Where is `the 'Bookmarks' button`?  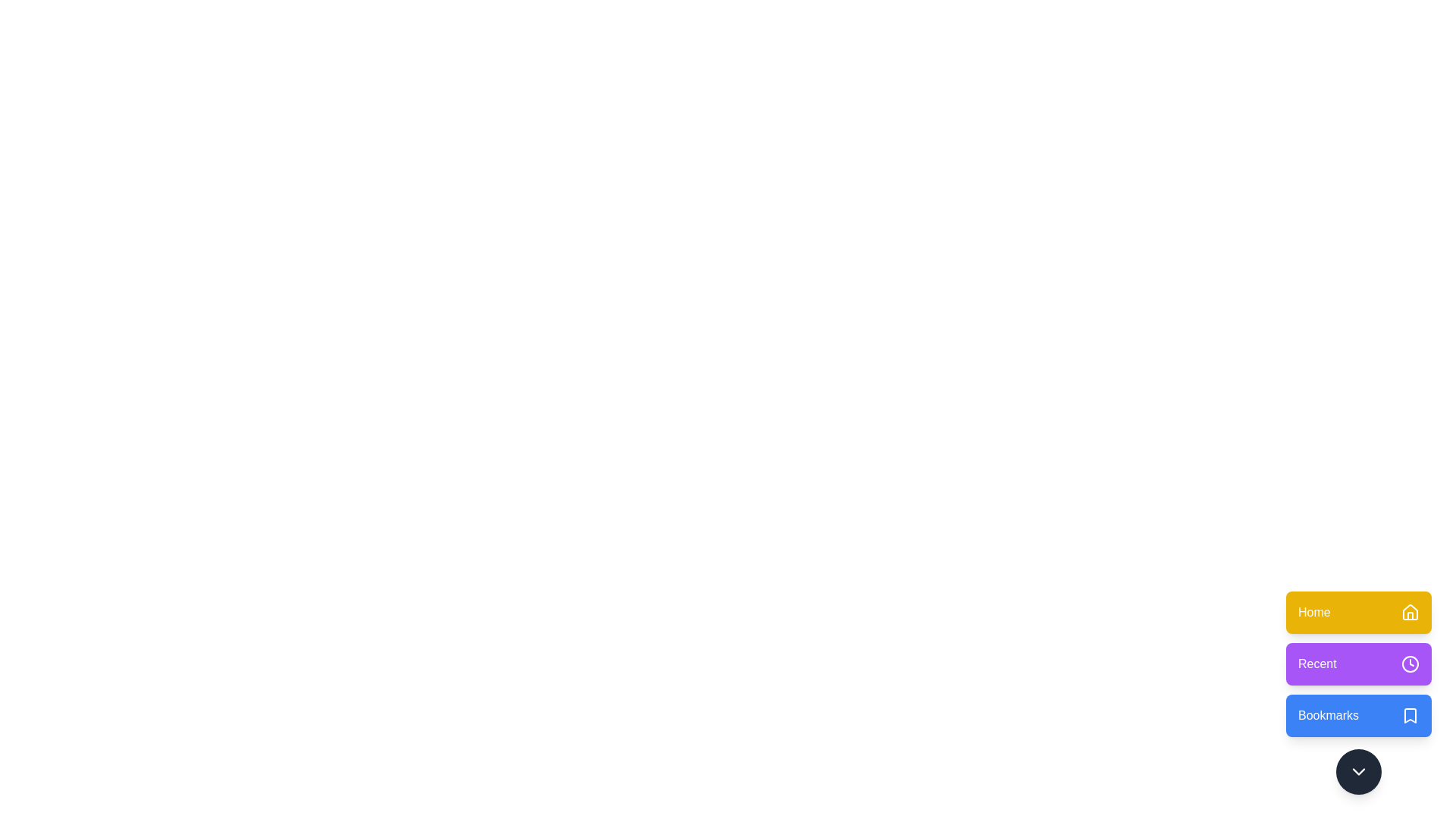
the 'Bookmarks' button is located at coordinates (1358, 716).